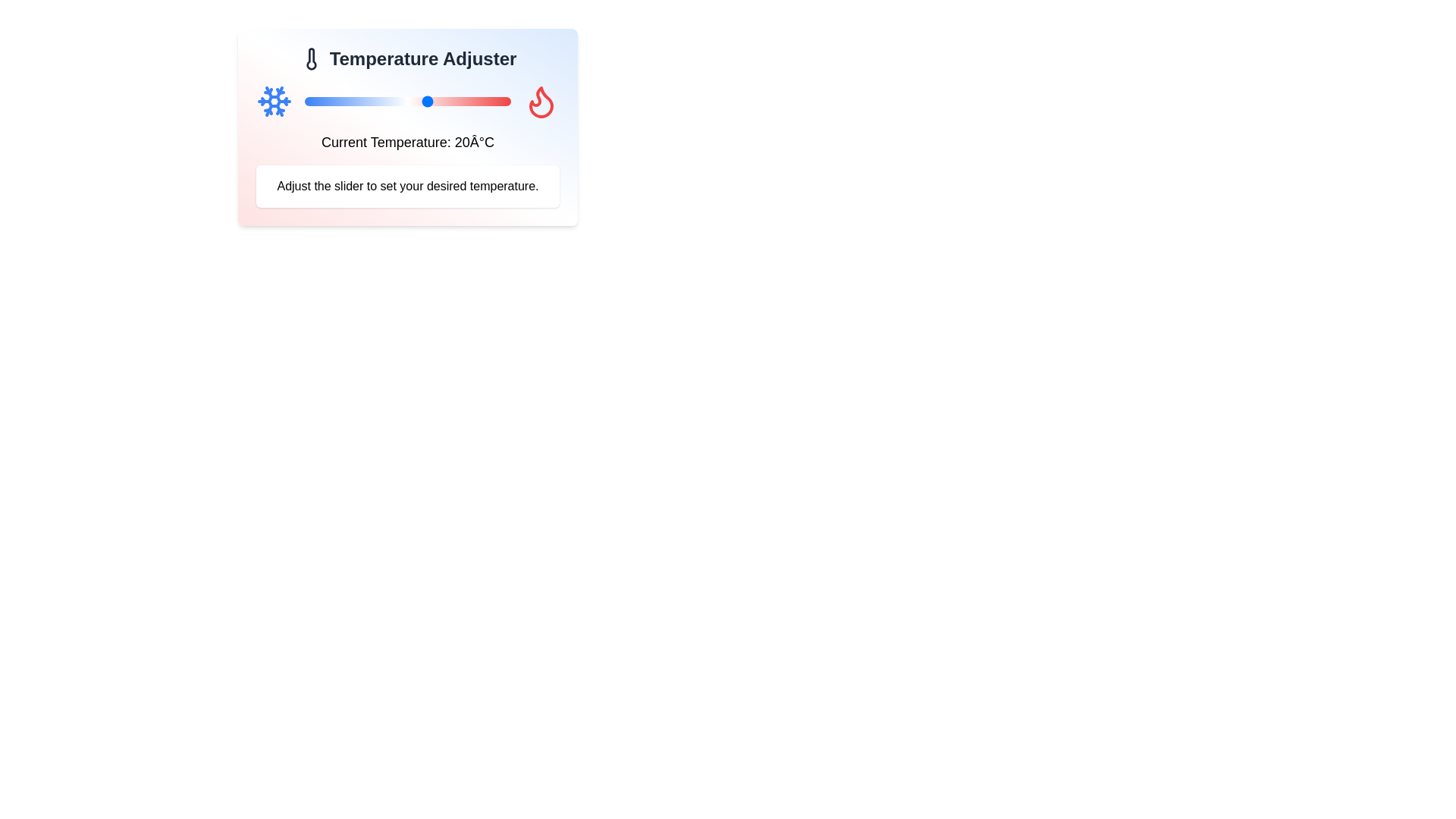 The width and height of the screenshot is (1456, 819). I want to click on the slider to set the temperature to 38°C, so click(503, 102).